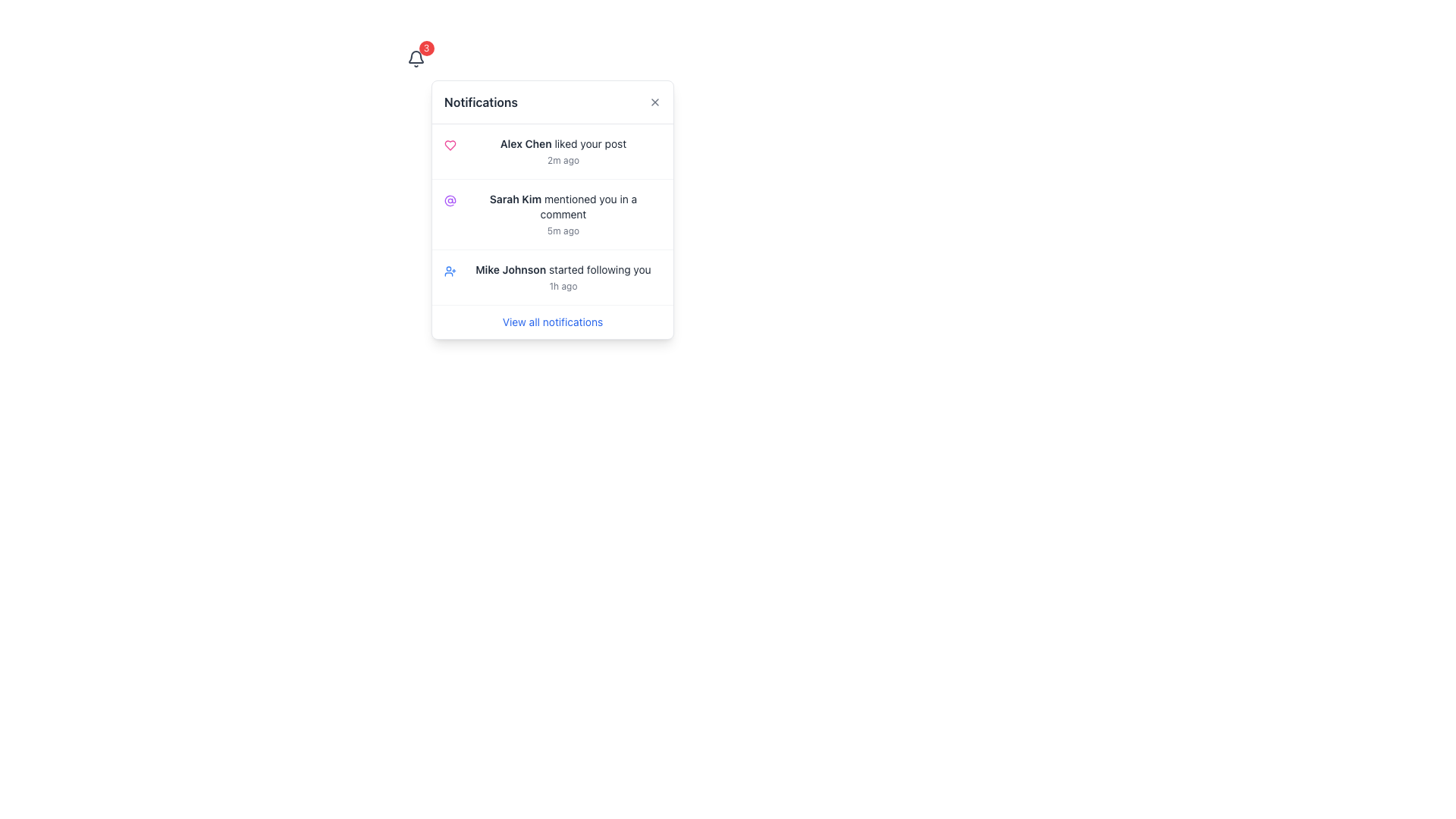  Describe the element at coordinates (655, 102) in the screenshot. I see `the small 'X' icon button located in the top right corner of the notifications card` at that location.